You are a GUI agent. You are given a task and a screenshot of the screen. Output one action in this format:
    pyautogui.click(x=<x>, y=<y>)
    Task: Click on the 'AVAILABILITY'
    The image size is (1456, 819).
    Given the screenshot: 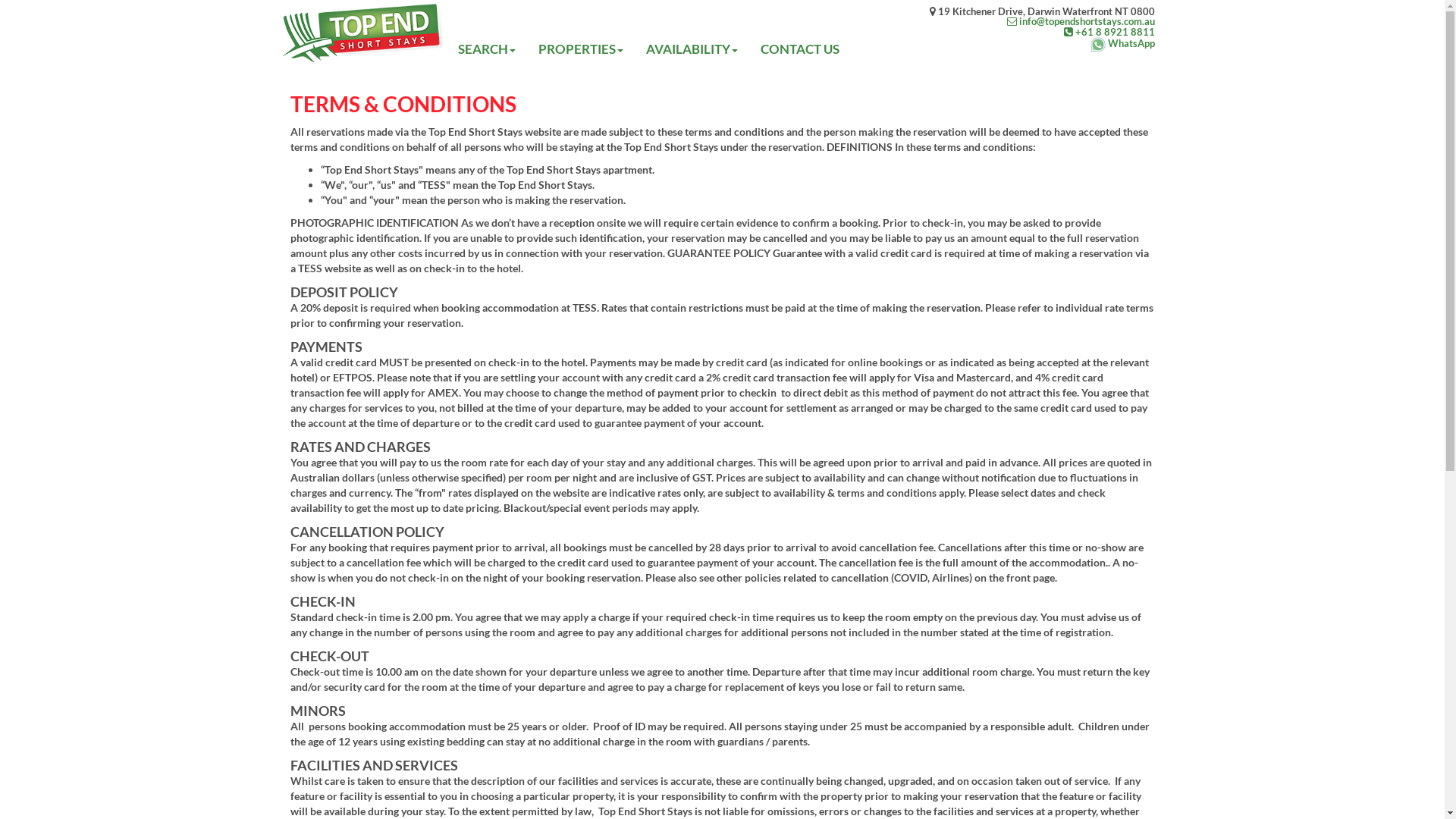 What is the action you would take?
    pyautogui.click(x=691, y=49)
    